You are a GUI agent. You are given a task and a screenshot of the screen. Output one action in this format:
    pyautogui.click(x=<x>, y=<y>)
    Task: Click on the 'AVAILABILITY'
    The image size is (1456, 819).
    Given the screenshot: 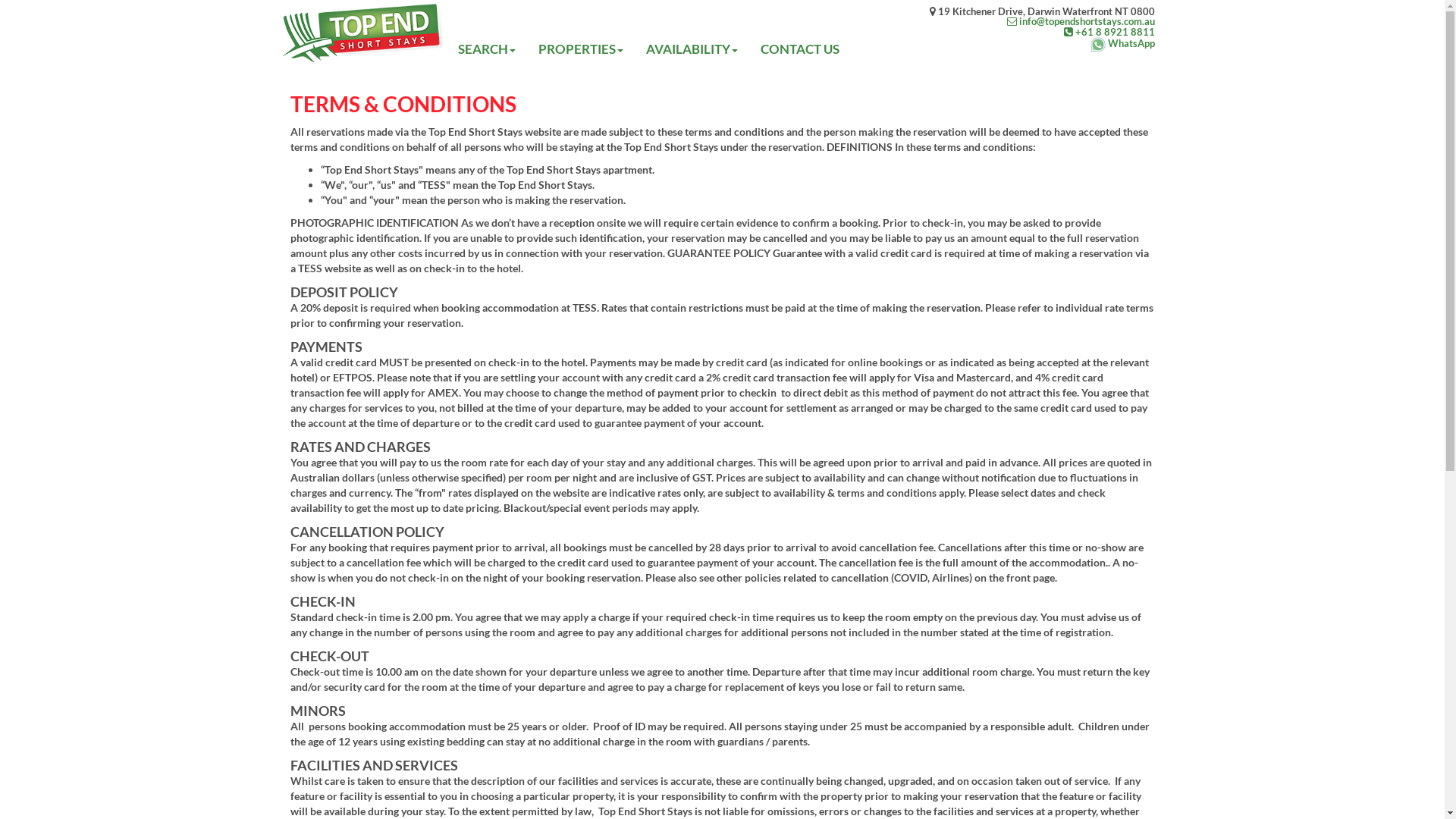 What is the action you would take?
    pyautogui.click(x=691, y=49)
    